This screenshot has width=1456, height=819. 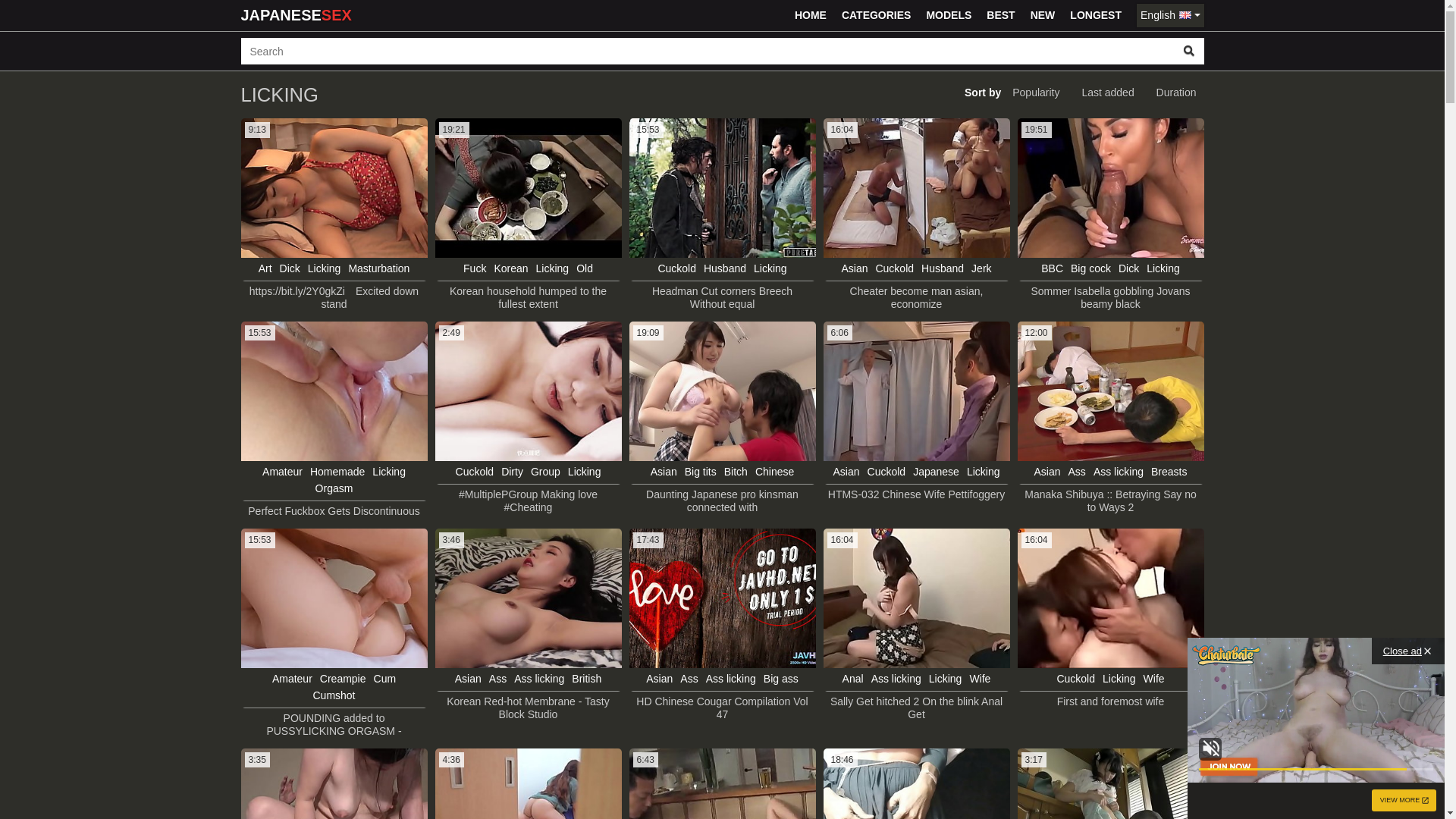 I want to click on 'NEW', so click(x=1042, y=15).